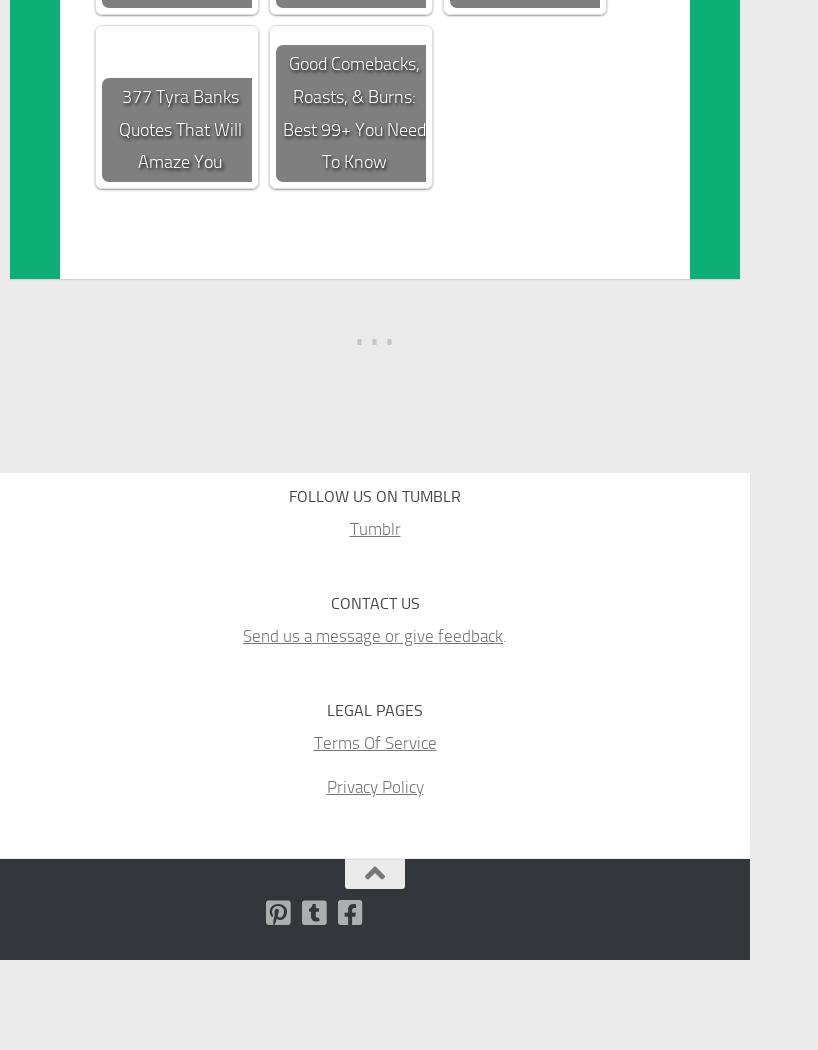 This screenshot has height=1050, width=818. Describe the element at coordinates (374, 786) in the screenshot. I see `'Privacy Policy'` at that location.